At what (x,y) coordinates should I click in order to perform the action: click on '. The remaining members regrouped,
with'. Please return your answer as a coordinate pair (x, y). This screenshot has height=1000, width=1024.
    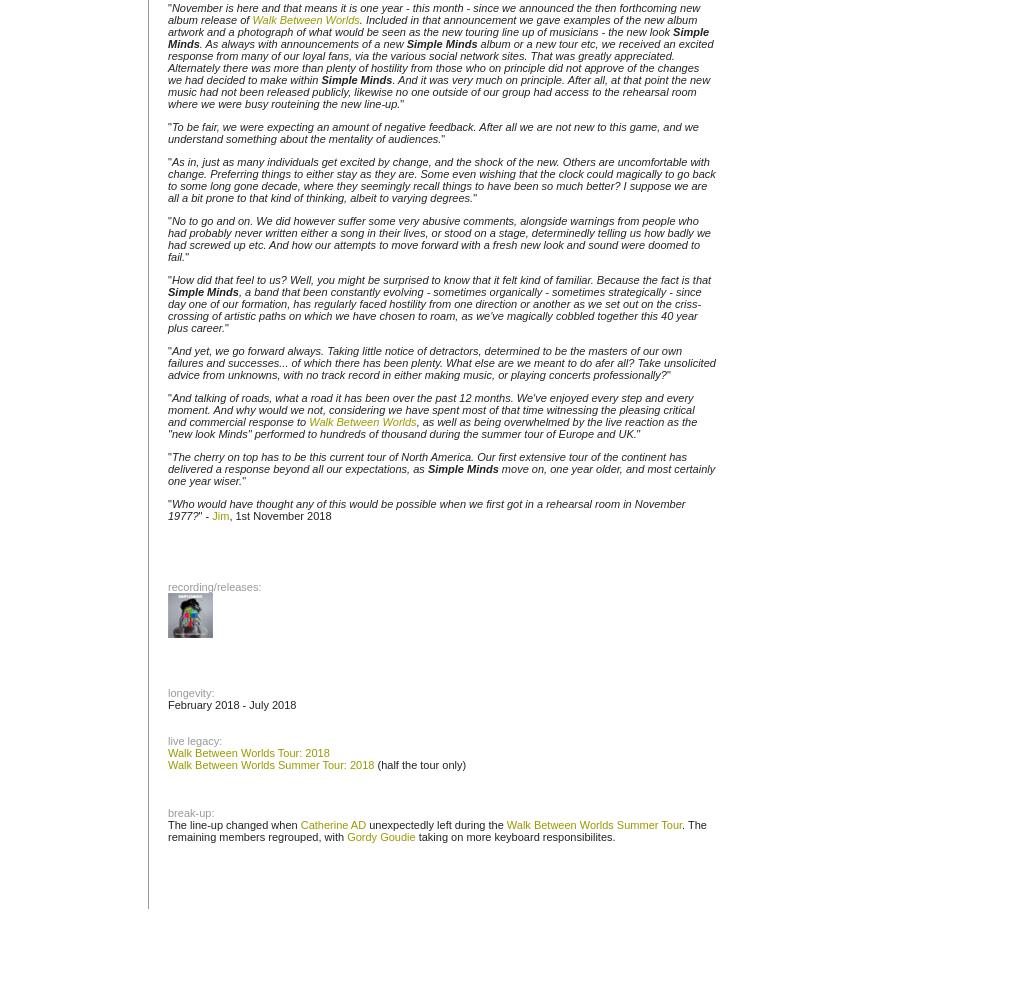
    Looking at the image, I should click on (167, 830).